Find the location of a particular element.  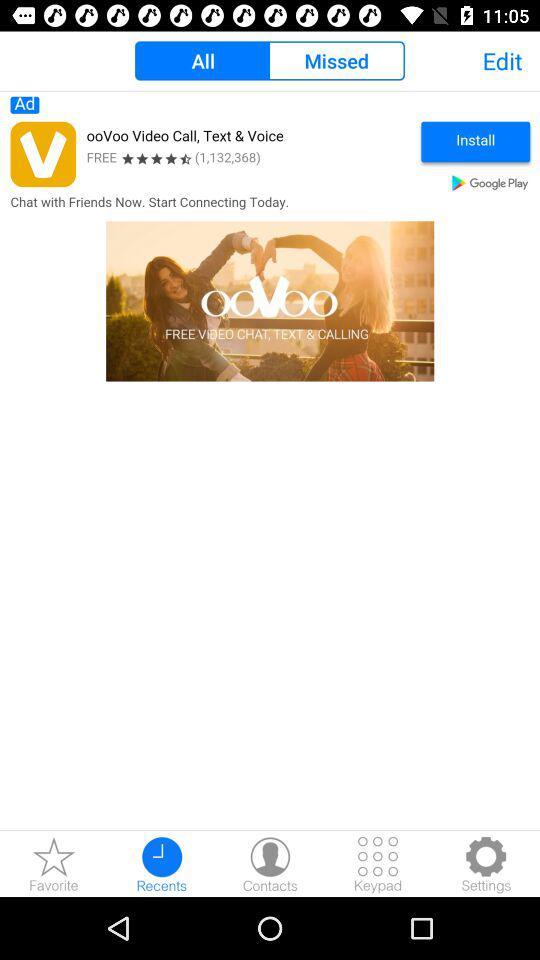

pull up keypad is located at coordinates (378, 863).